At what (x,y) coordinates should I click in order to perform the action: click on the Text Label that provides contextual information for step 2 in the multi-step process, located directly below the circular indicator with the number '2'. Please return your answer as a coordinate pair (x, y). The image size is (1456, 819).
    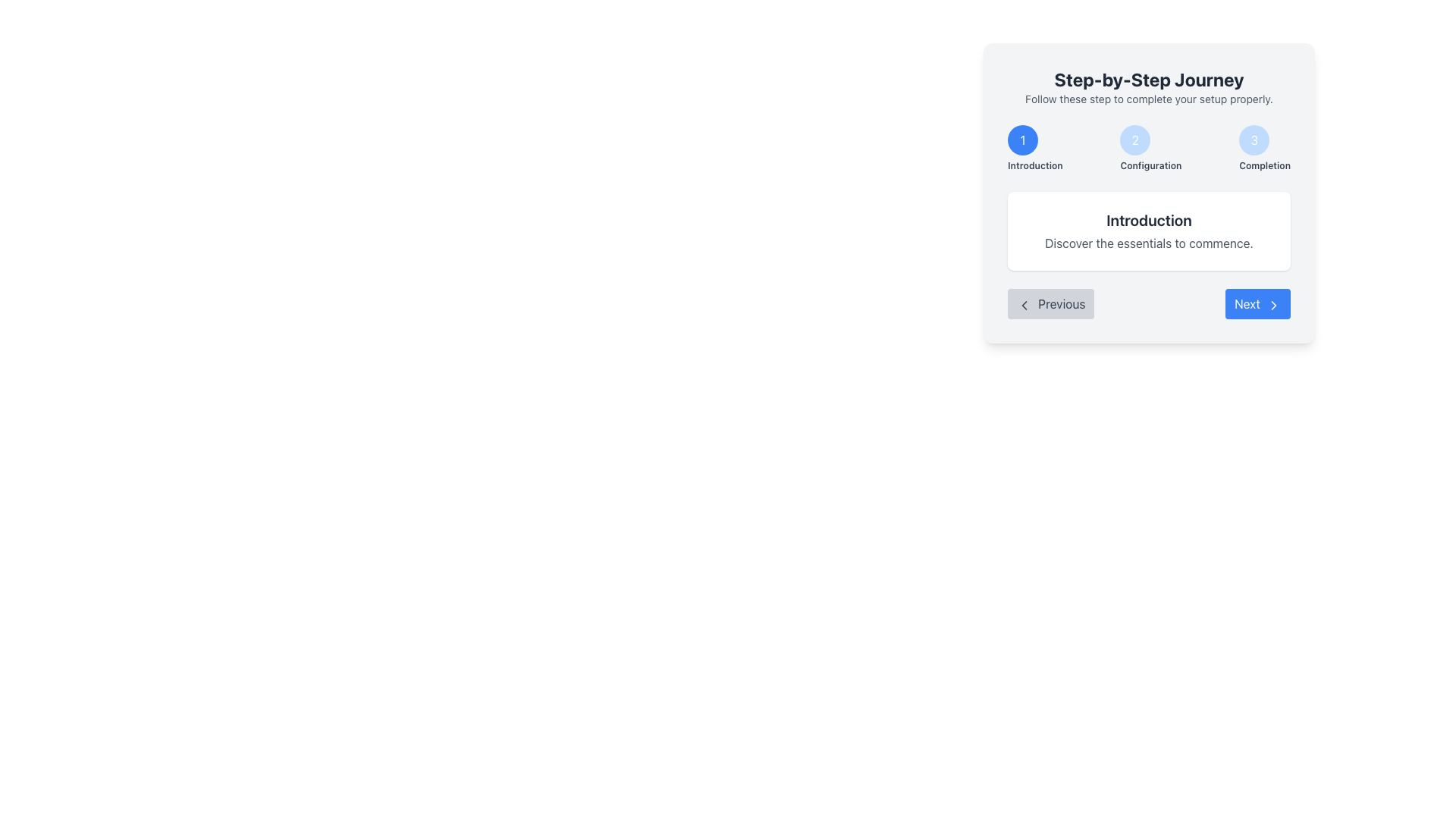
    Looking at the image, I should click on (1150, 165).